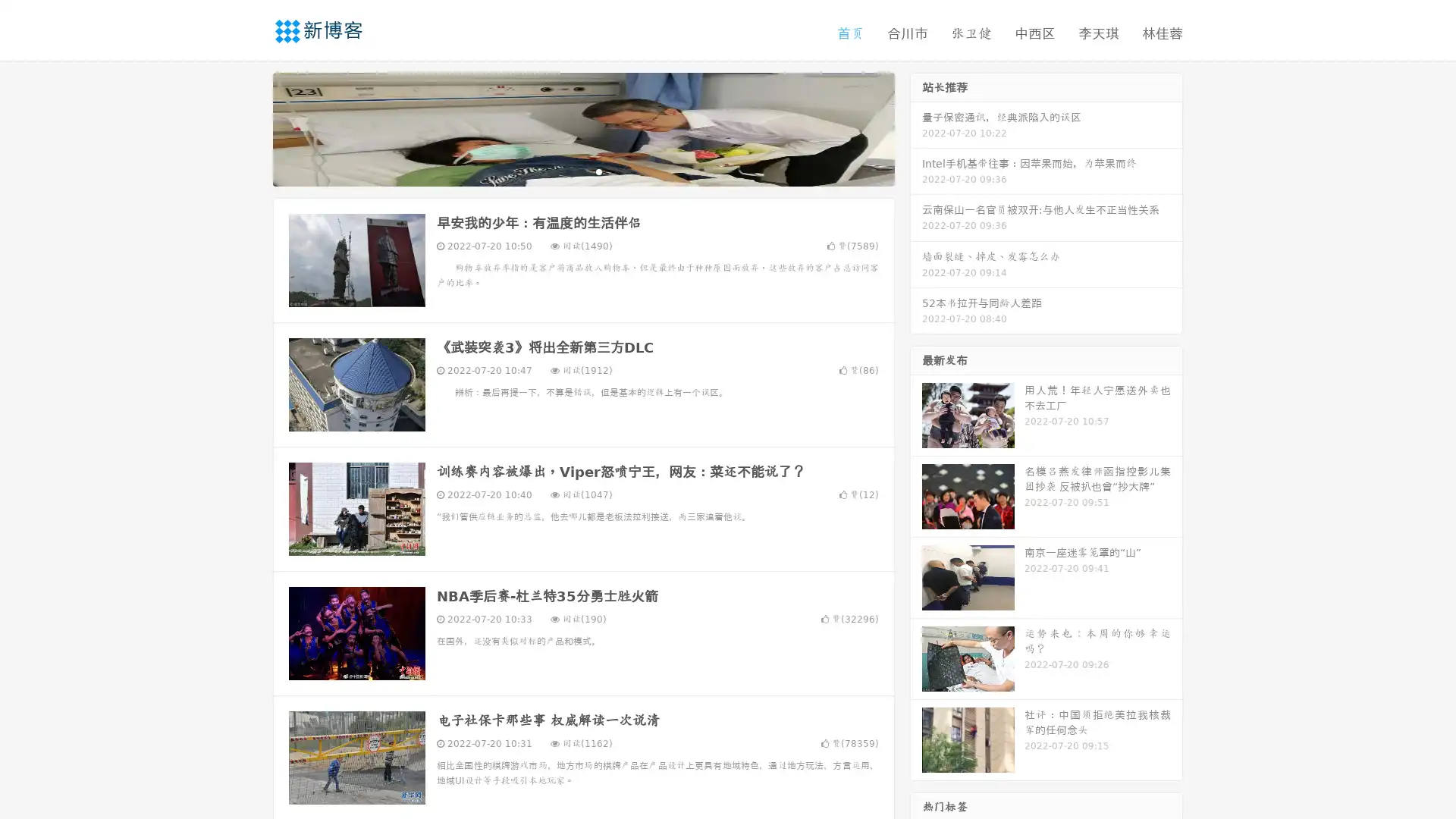 The height and width of the screenshot is (819, 1456). I want to click on Go to slide 3, so click(598, 171).